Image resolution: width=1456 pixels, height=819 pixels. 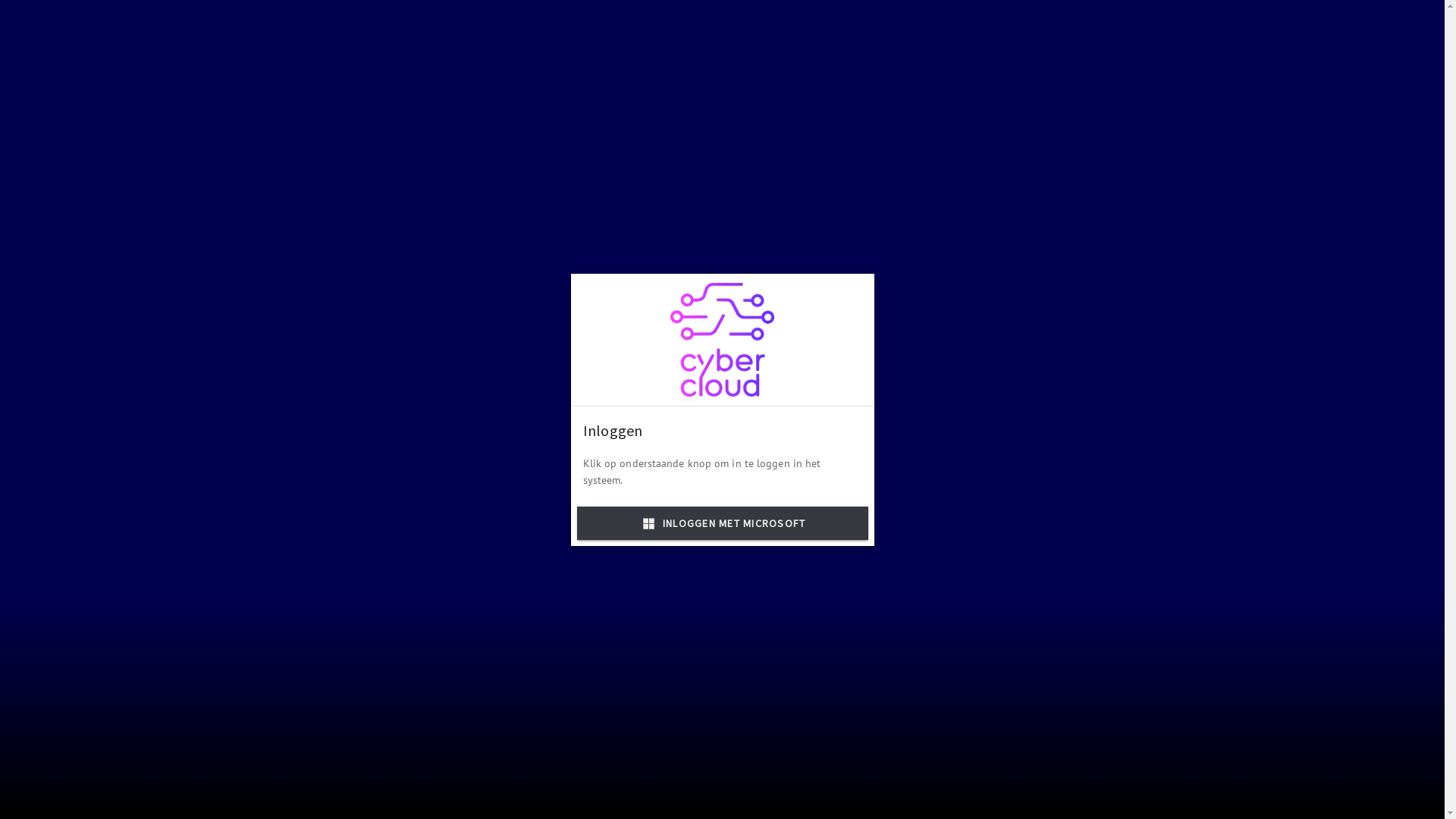 I want to click on 'INLOGGEN MET MICROSOFT', so click(x=720, y=522).